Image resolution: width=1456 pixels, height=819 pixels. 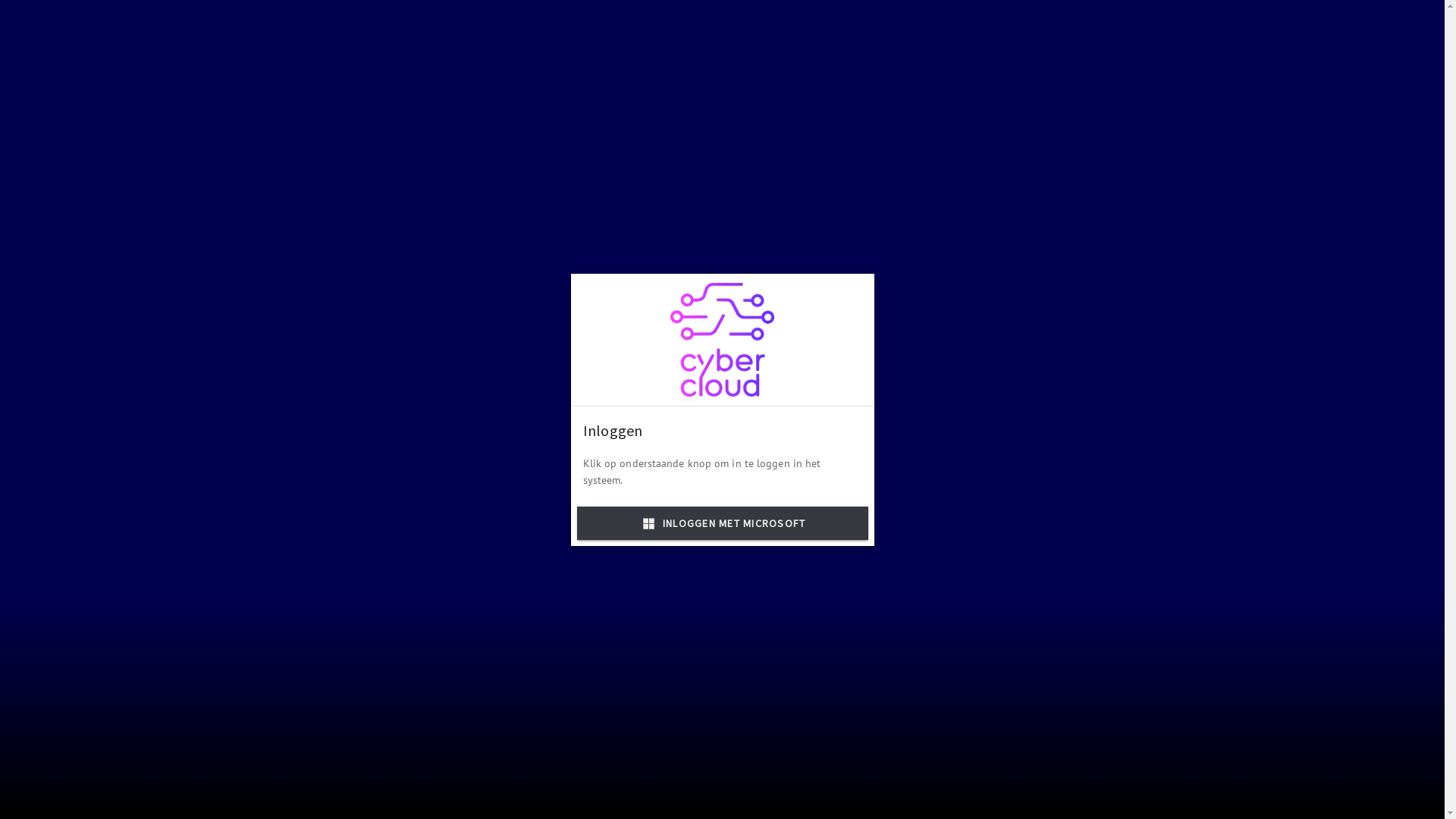 I want to click on 'INLOGGEN MET MICROSOFT', so click(x=720, y=522).